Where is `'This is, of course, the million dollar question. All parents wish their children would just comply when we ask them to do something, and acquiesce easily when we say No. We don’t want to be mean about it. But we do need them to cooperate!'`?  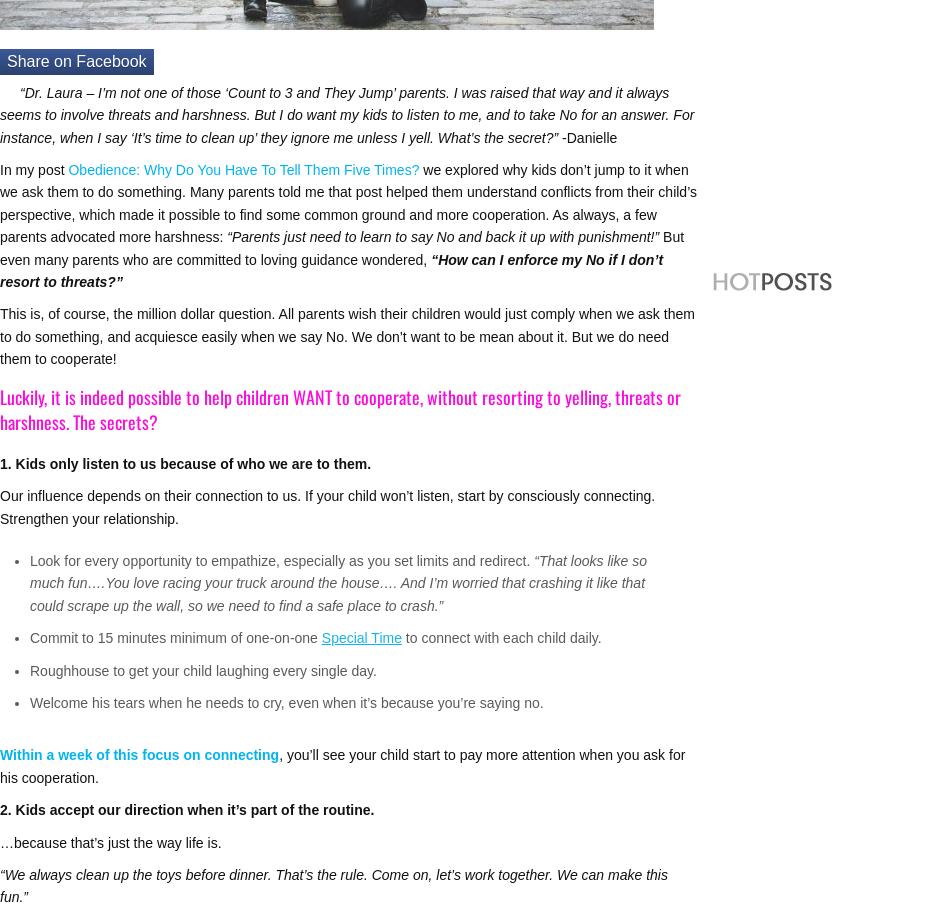
'This is, of course, the million dollar question. All parents wish their children would just comply when we ask them to do something, and acquiesce easily when we say No. We don’t want to be mean about it. But we do need them to cooperate!' is located at coordinates (346, 335).